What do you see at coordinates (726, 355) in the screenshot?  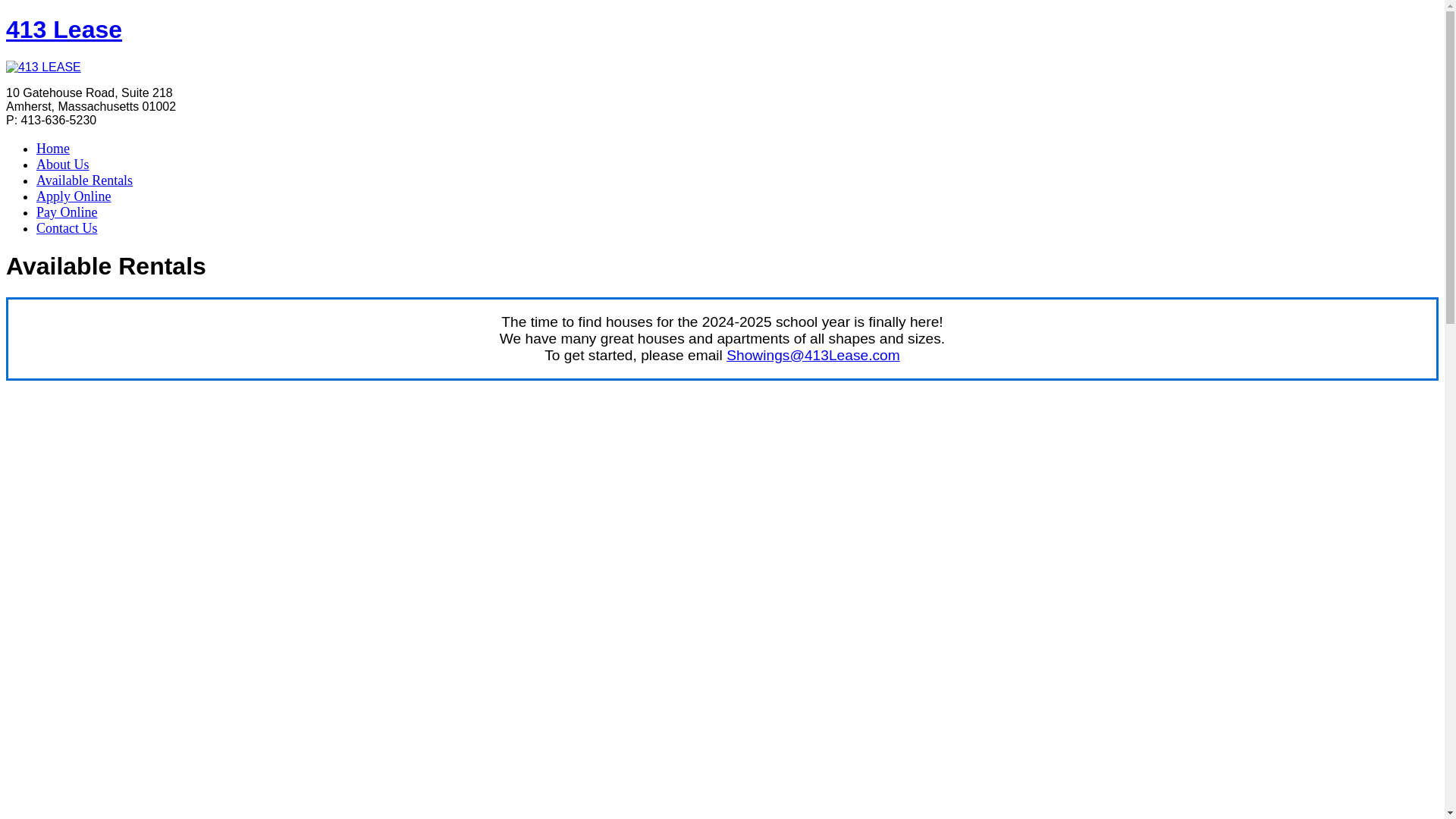 I see `'Showings@413Lease.com'` at bounding box center [726, 355].